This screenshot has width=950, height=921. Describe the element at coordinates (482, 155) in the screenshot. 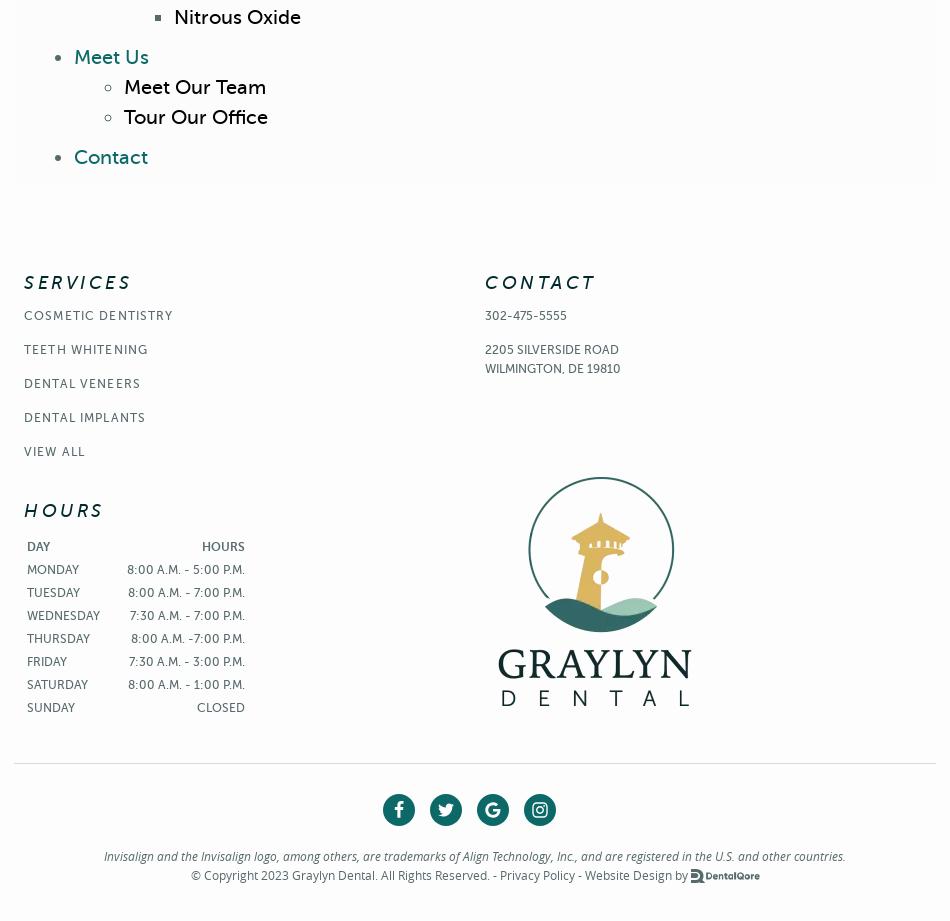

I see `'Request Appointment'` at that location.